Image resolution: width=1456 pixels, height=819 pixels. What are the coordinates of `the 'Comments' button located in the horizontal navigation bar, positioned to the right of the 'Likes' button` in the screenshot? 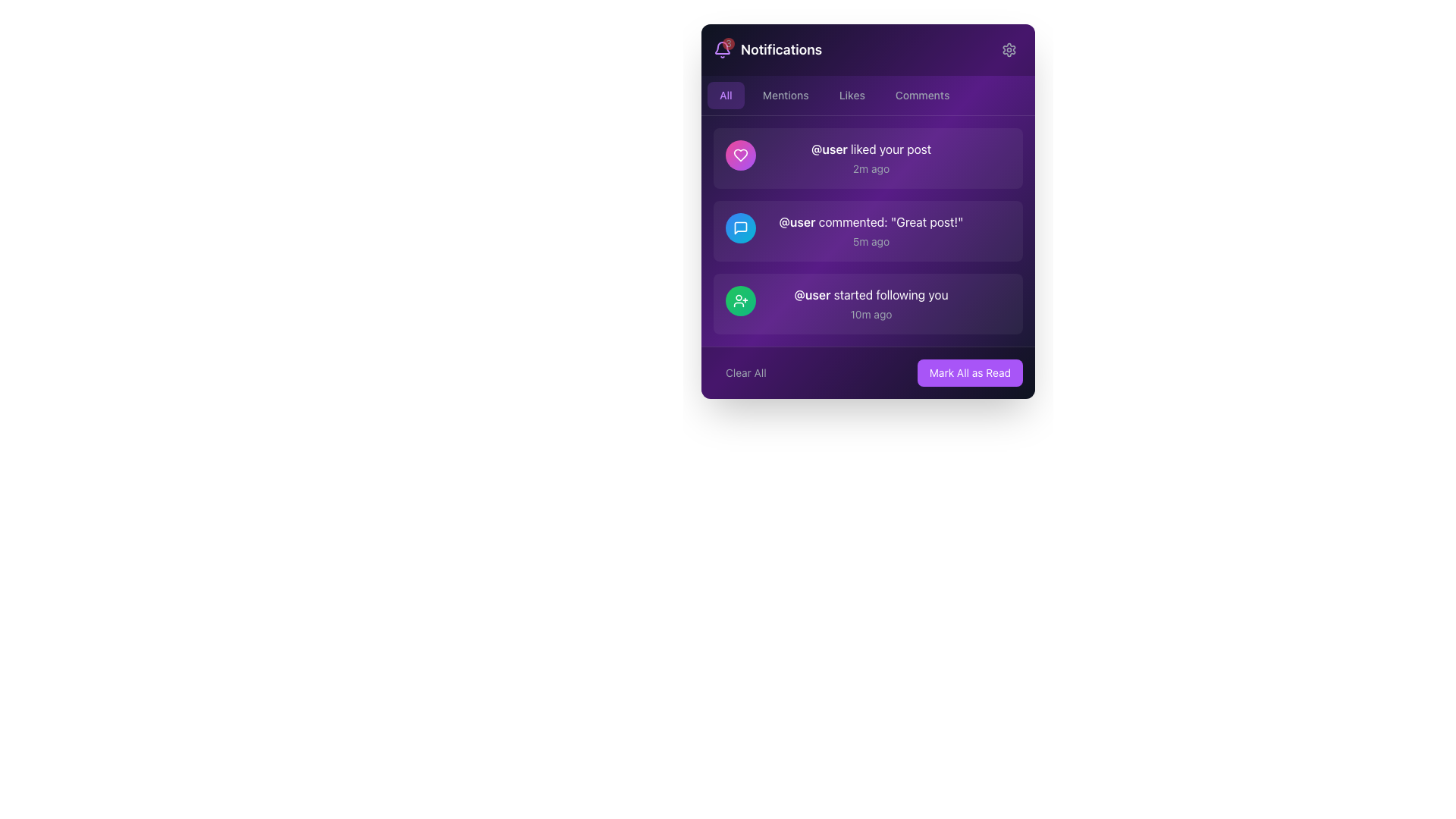 It's located at (921, 96).